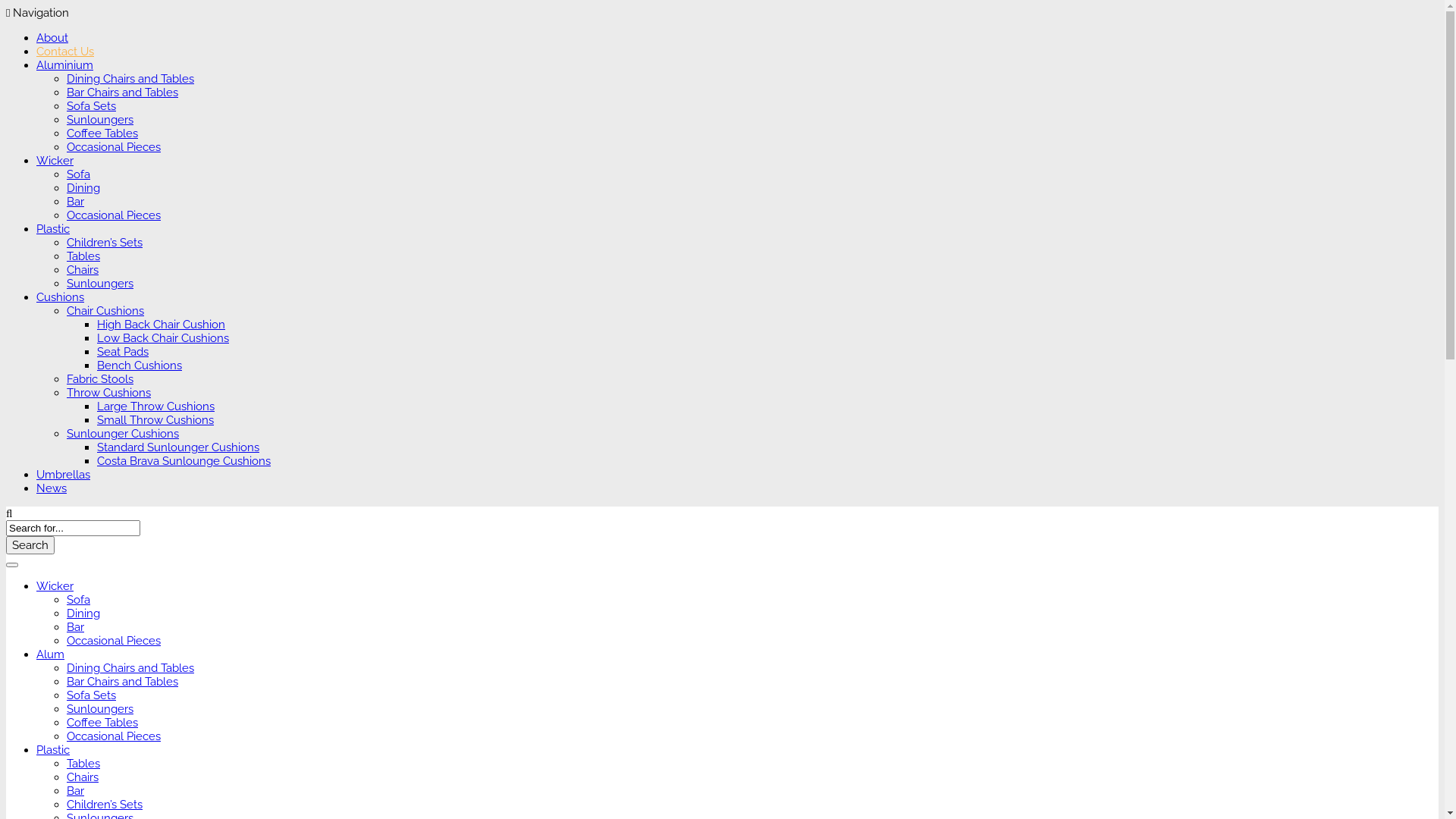 Image resolution: width=1456 pixels, height=819 pixels. I want to click on 'Plastic', so click(36, 748).